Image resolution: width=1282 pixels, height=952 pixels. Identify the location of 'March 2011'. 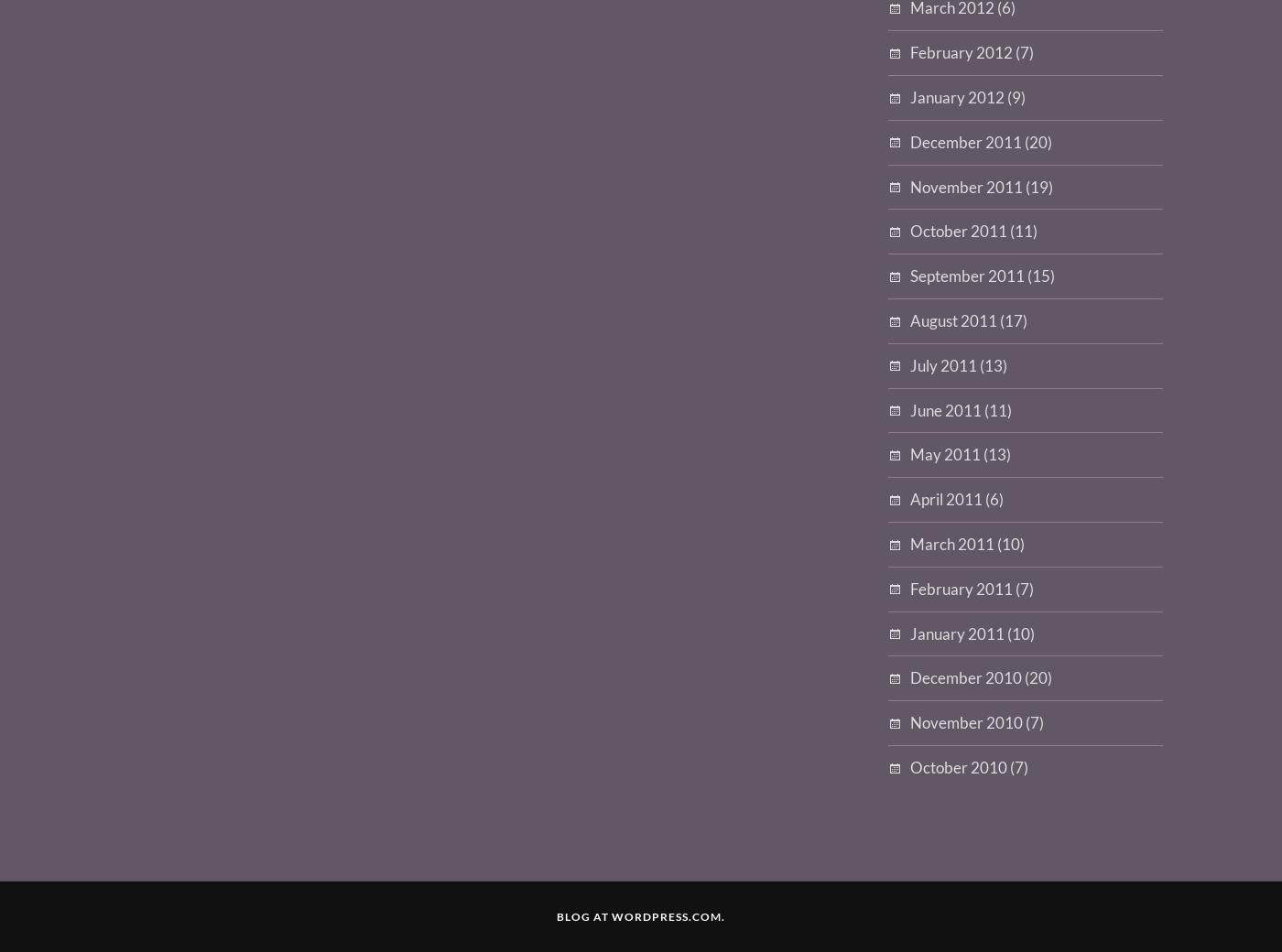
(952, 542).